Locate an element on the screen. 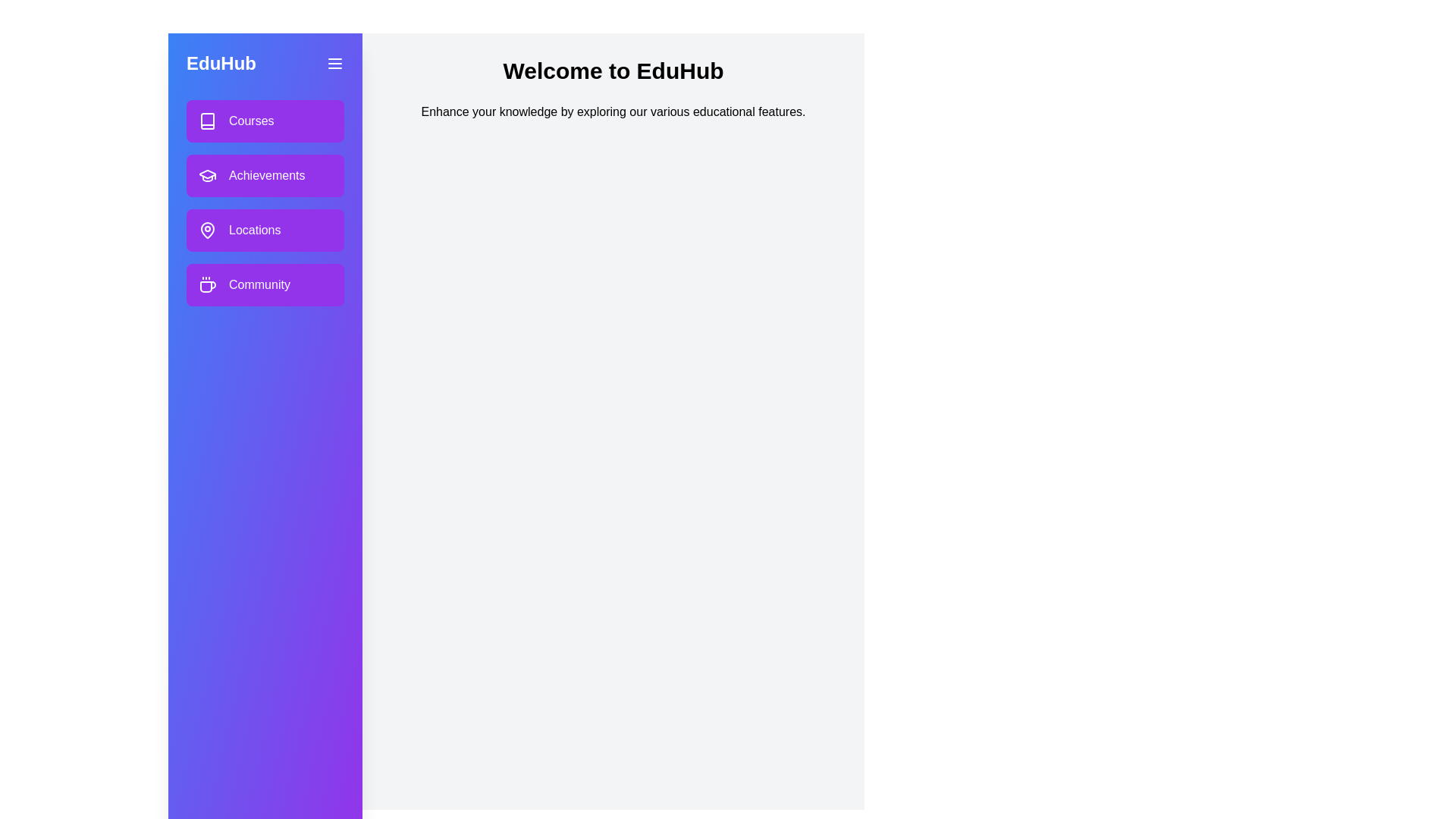 This screenshot has width=1456, height=819. the section Achievements in the drawer is located at coordinates (265, 174).